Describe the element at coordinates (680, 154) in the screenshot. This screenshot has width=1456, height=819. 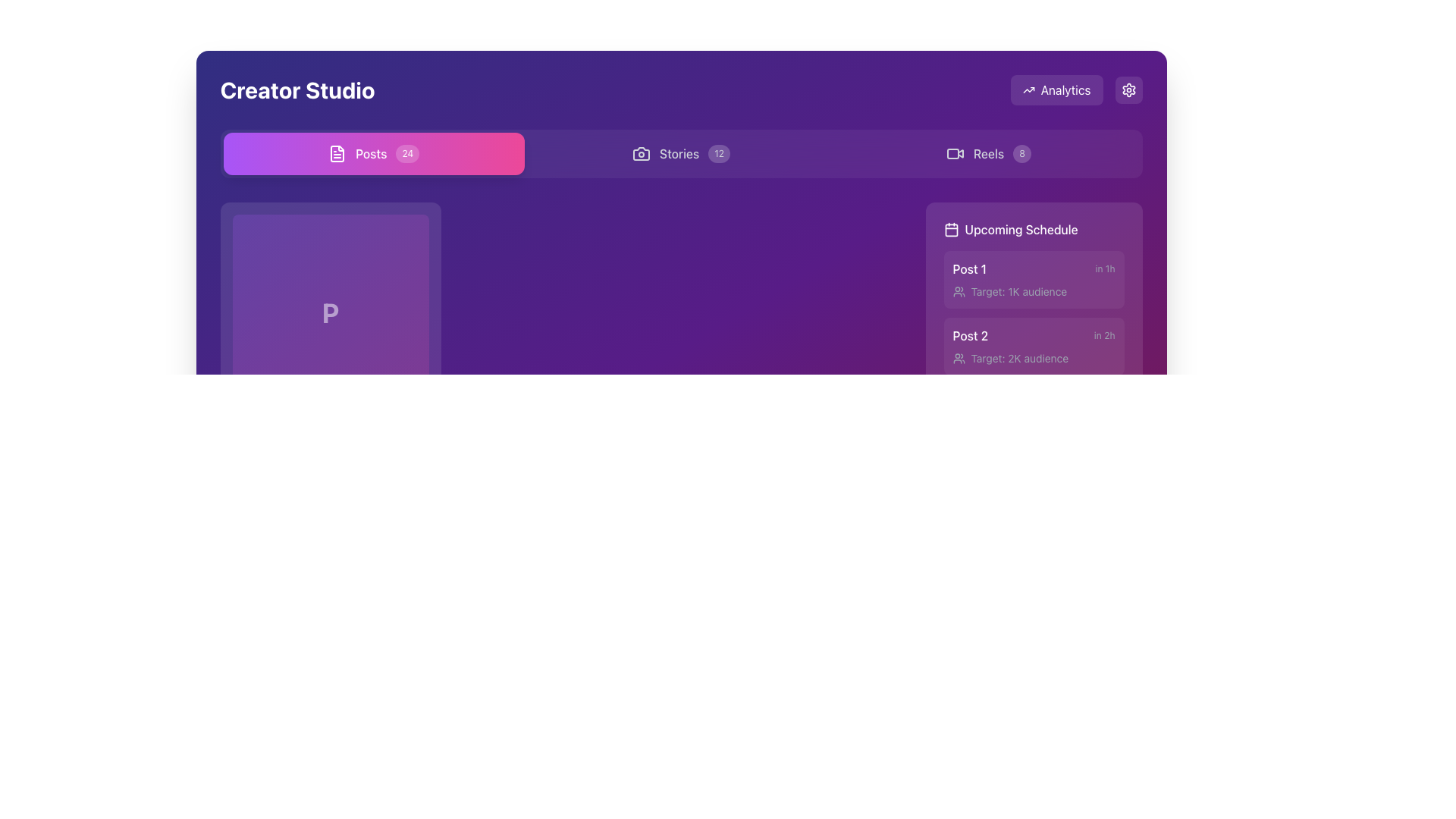
I see `the 'Stories 12' button on the navigation bar located below the 'Creator Studio' header` at that location.